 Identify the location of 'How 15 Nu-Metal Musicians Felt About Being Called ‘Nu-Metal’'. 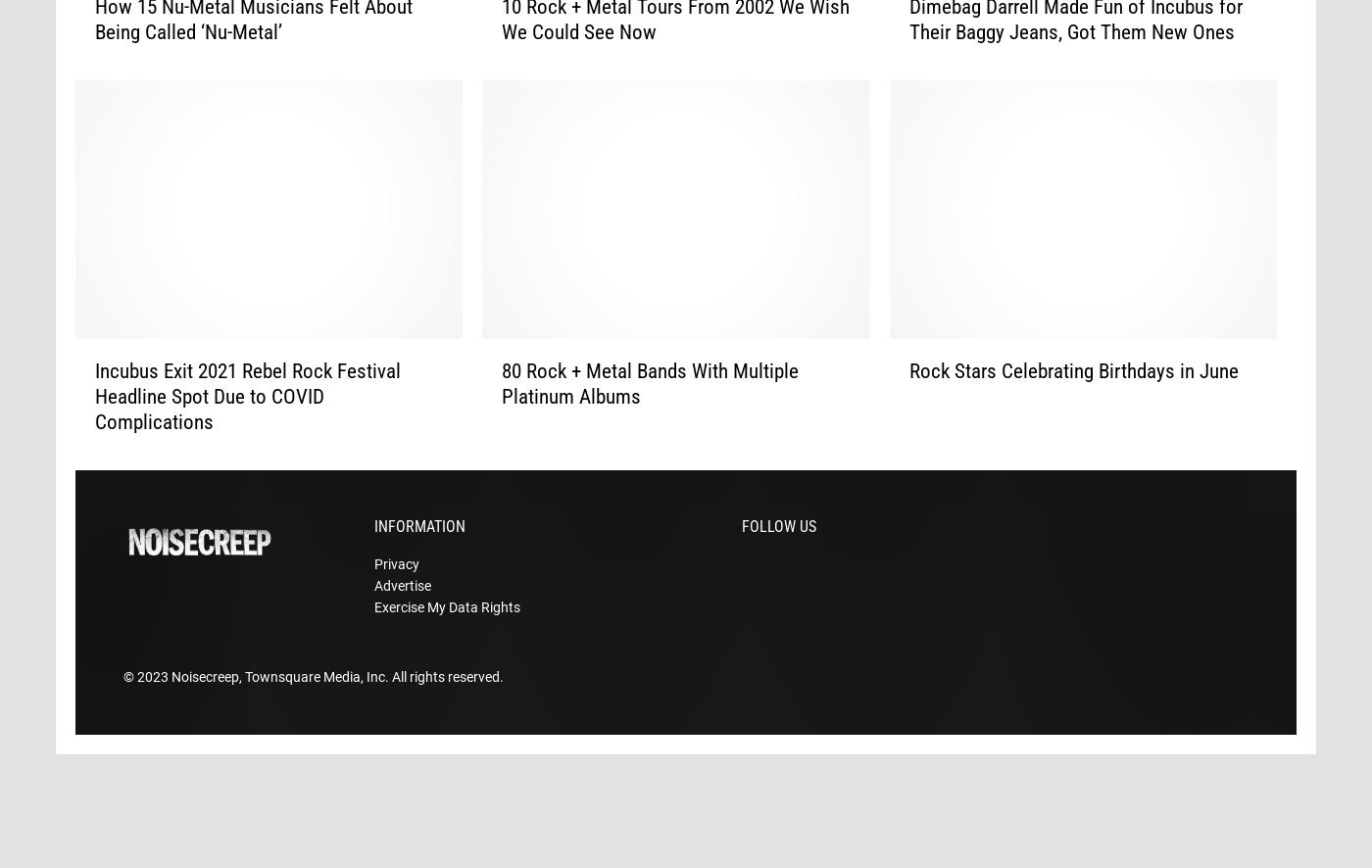
(254, 50).